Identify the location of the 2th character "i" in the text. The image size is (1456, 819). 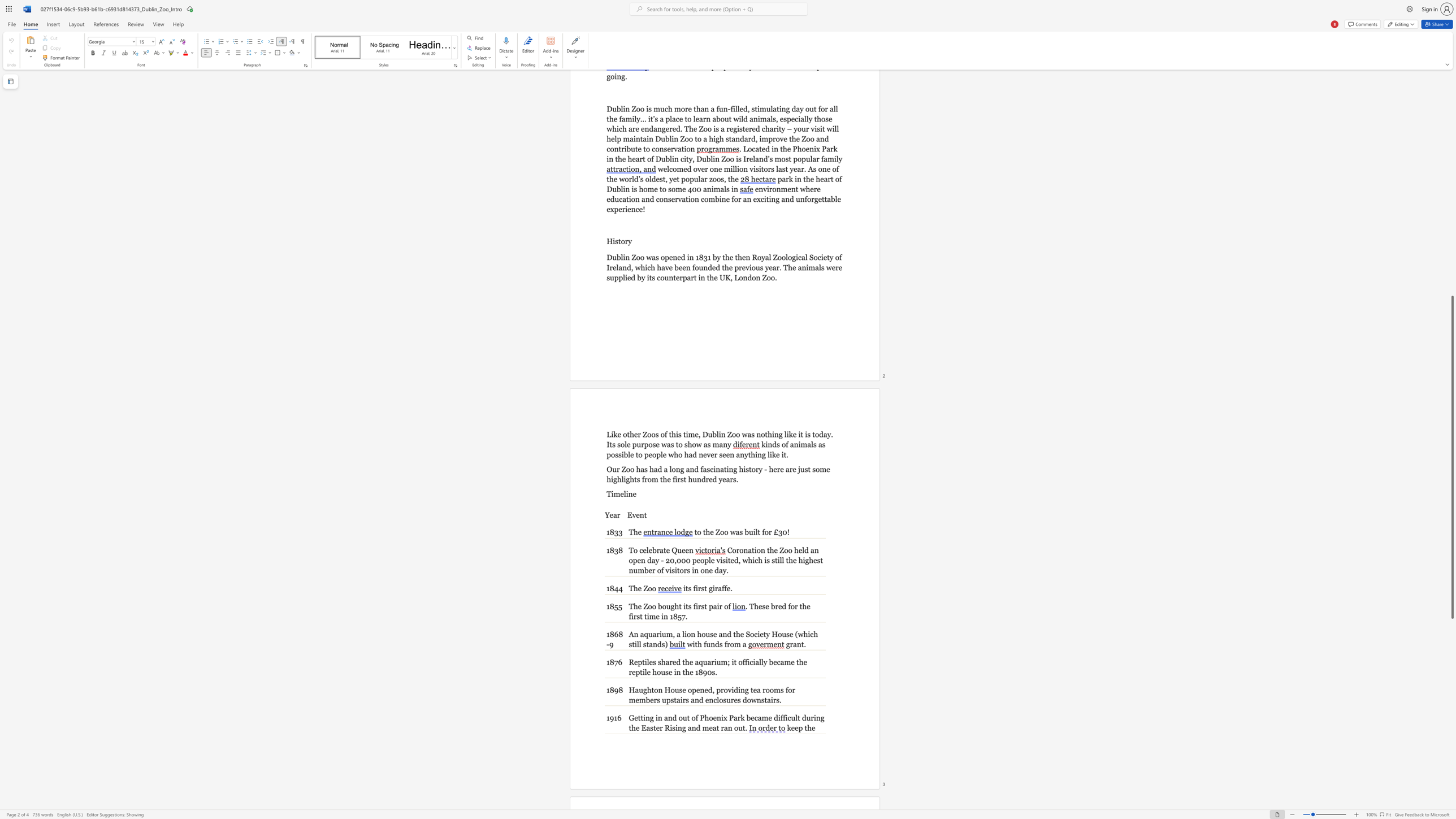
(647, 616).